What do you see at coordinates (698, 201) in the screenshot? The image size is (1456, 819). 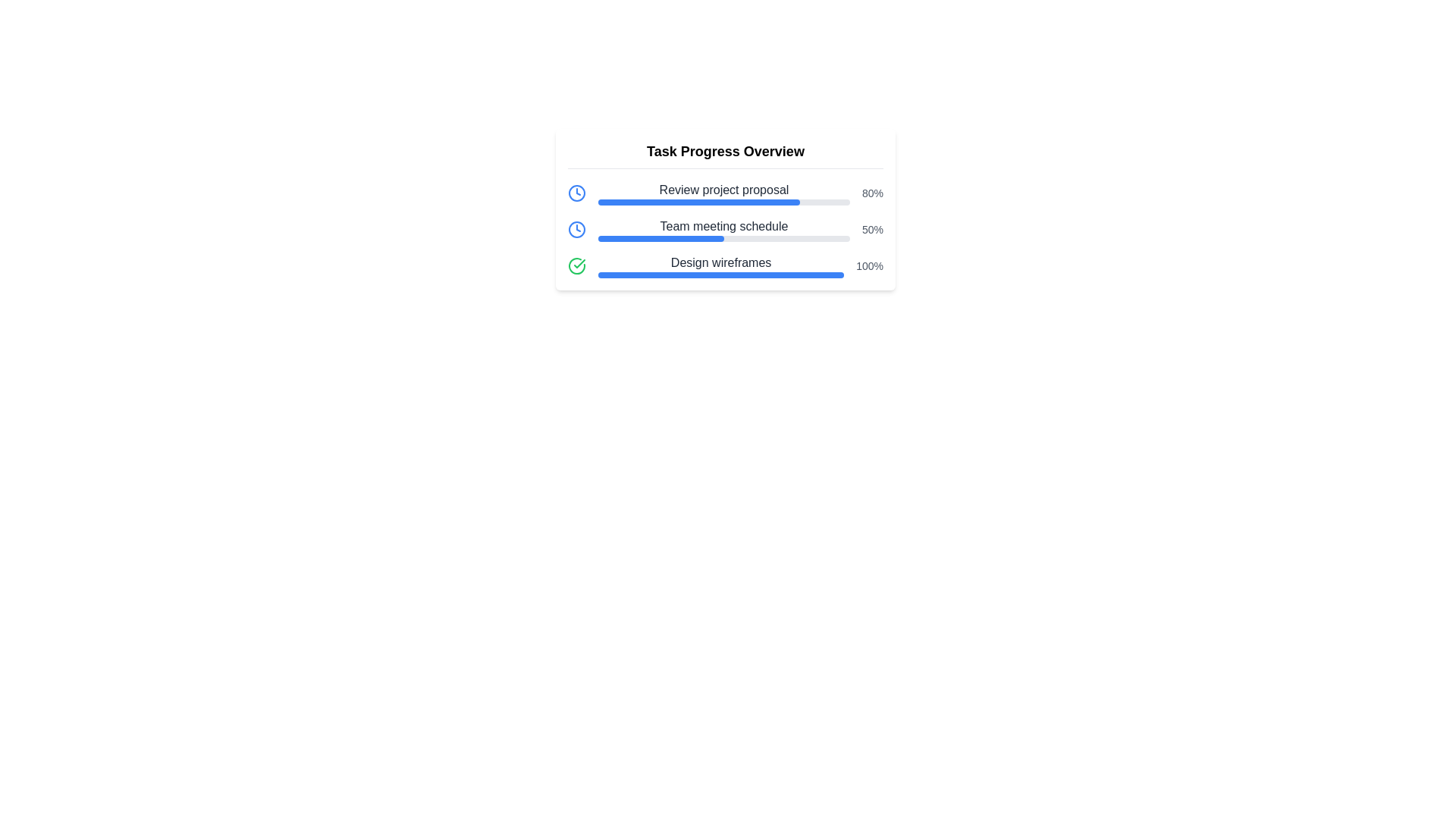 I see `the first progress bar indicating the completion of the task 'Review project proposal', currently at 80%` at bounding box center [698, 201].